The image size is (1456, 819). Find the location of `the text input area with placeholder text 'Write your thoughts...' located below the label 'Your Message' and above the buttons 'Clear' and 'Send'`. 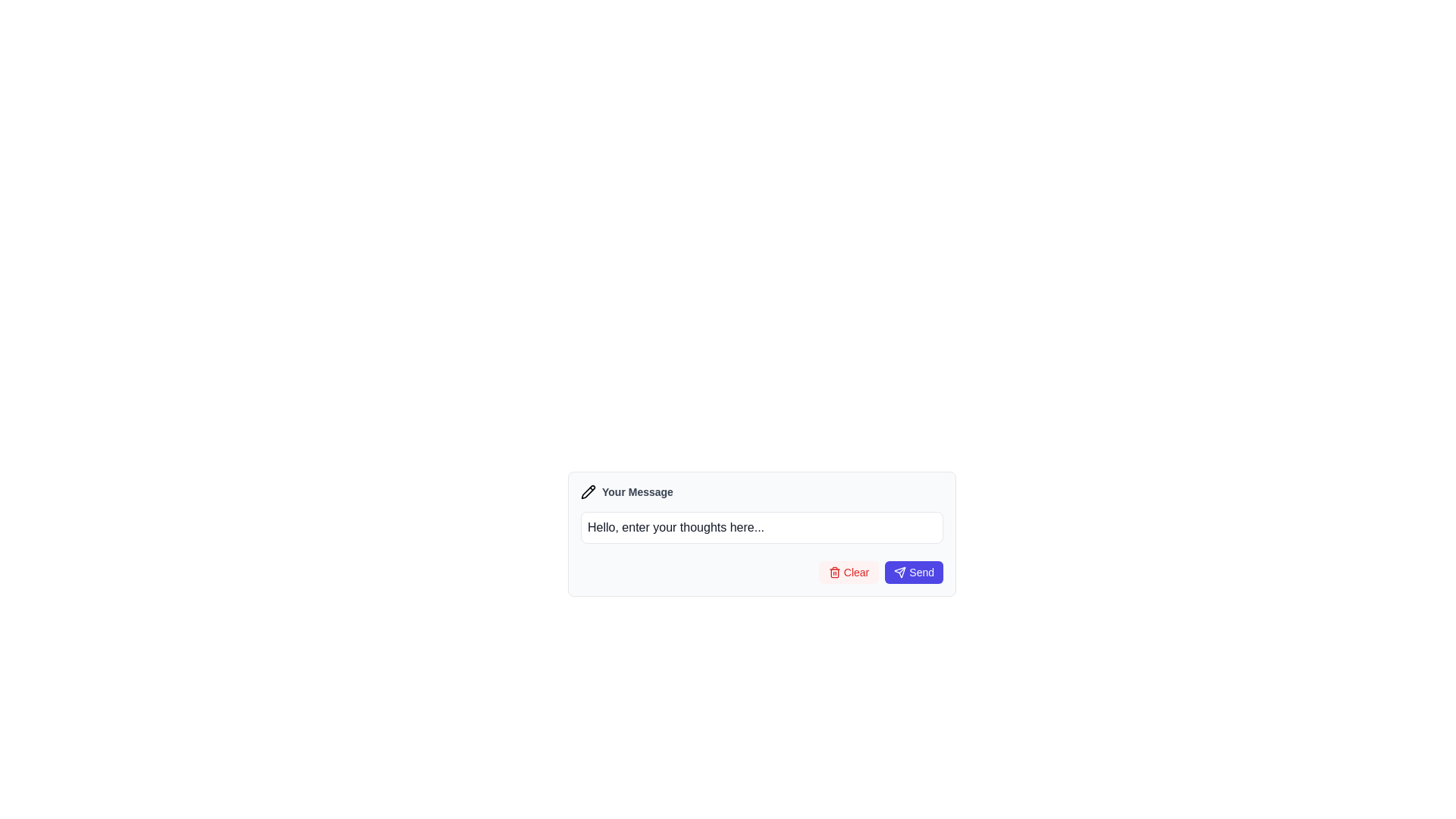

the text input area with placeholder text 'Write your thoughts...' located below the label 'Your Message' and above the buttons 'Clear' and 'Send' is located at coordinates (761, 526).